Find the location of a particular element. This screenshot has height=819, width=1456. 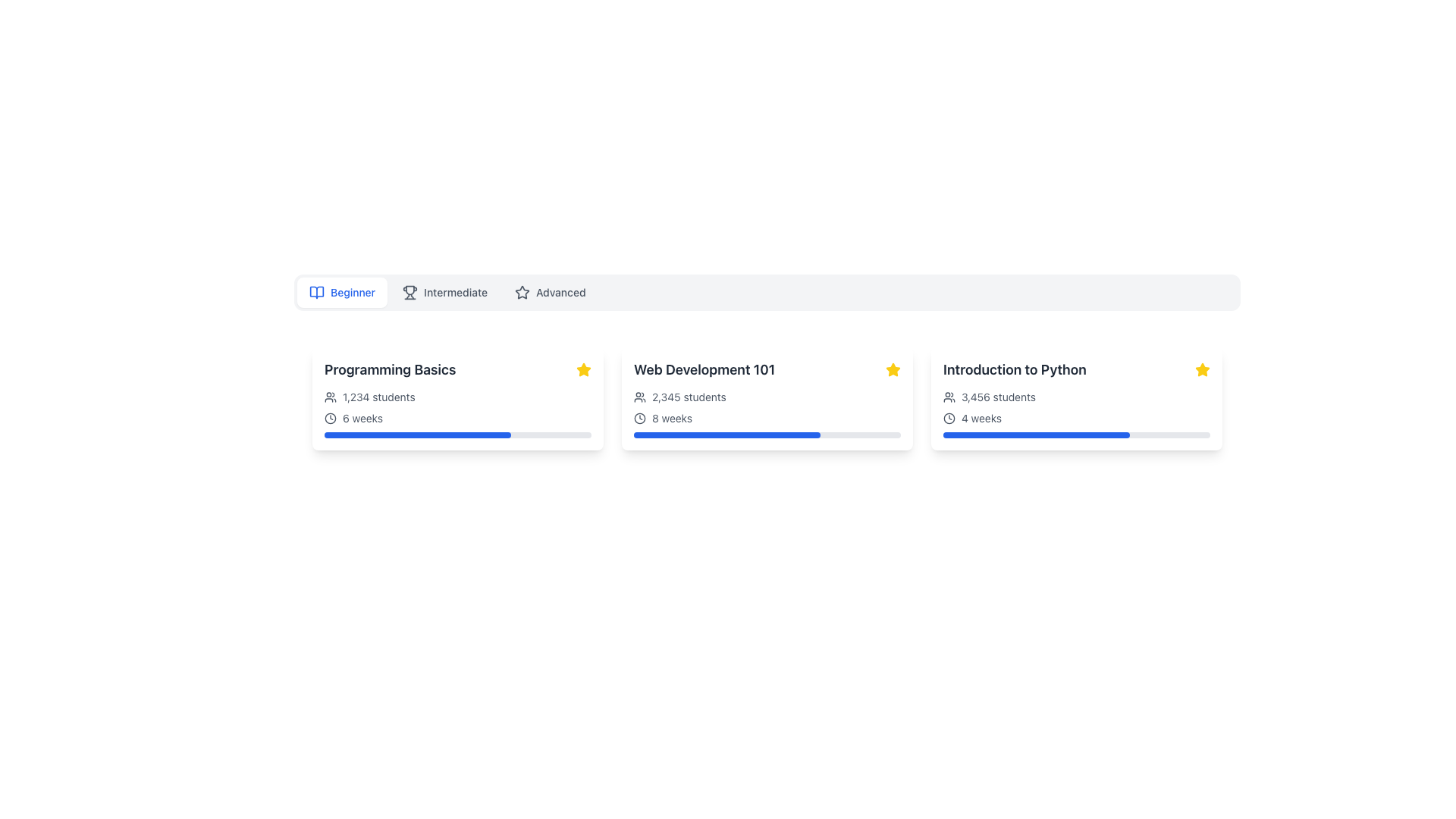

the small blue outlined icon representing an open book, which is located to the left of the text 'Beginner' in the tab-style navigation bar is located at coordinates (315, 292).